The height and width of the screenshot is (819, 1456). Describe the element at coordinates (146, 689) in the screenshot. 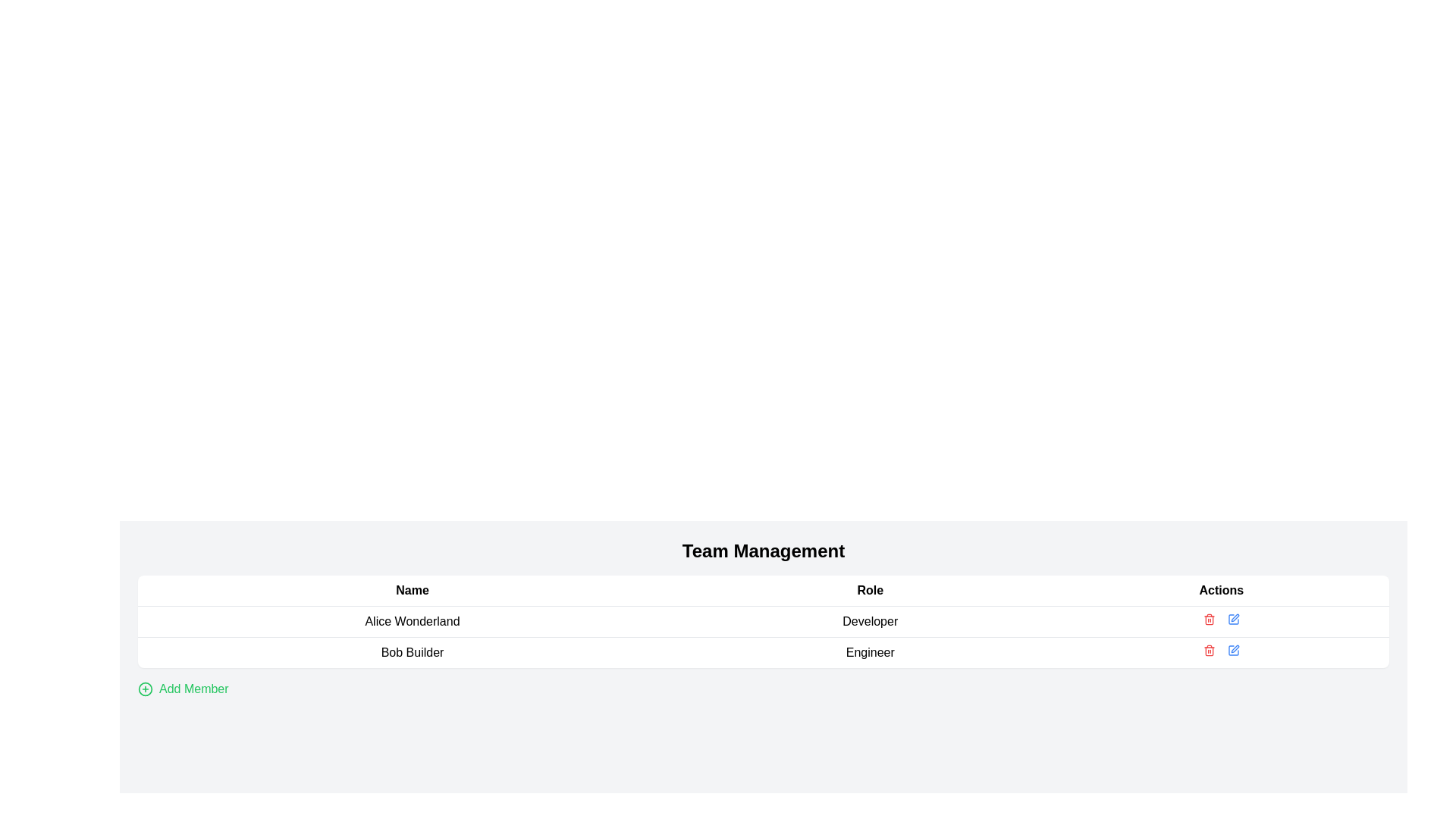

I see `the circular icon with a green outline and a plus sign, located to the left of the 'Add Member' button` at that location.